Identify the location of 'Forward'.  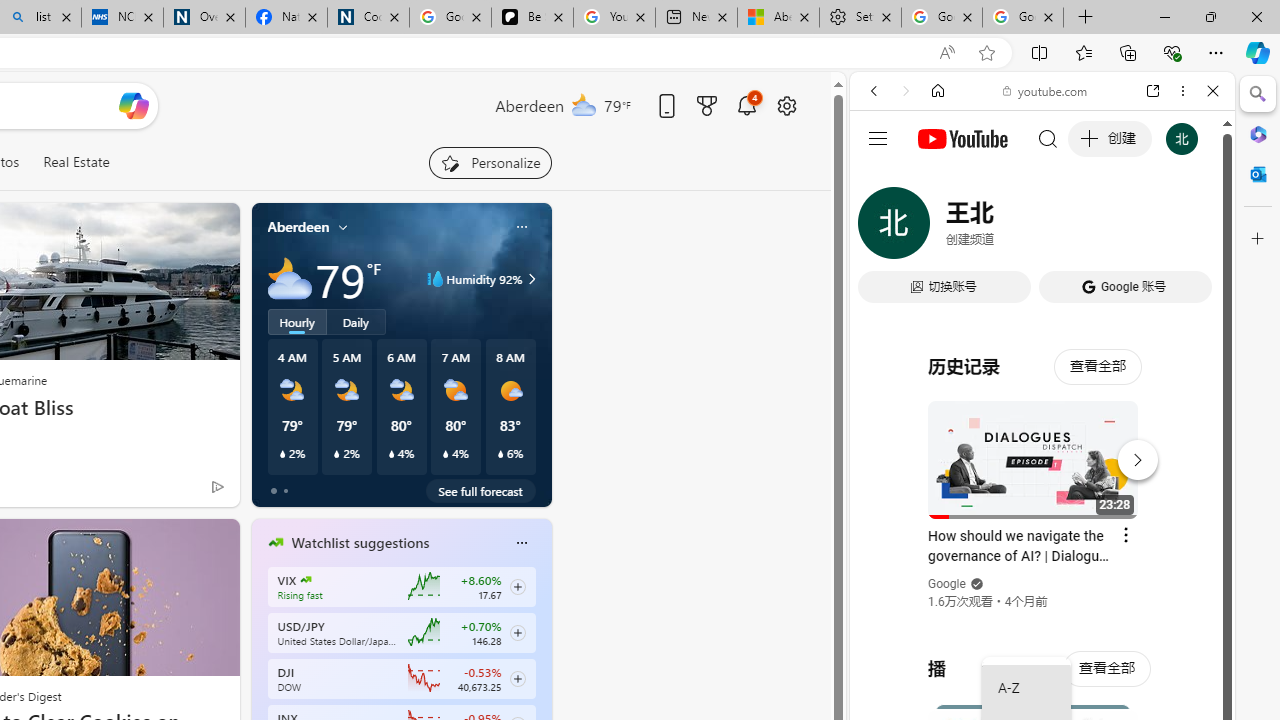
(905, 91).